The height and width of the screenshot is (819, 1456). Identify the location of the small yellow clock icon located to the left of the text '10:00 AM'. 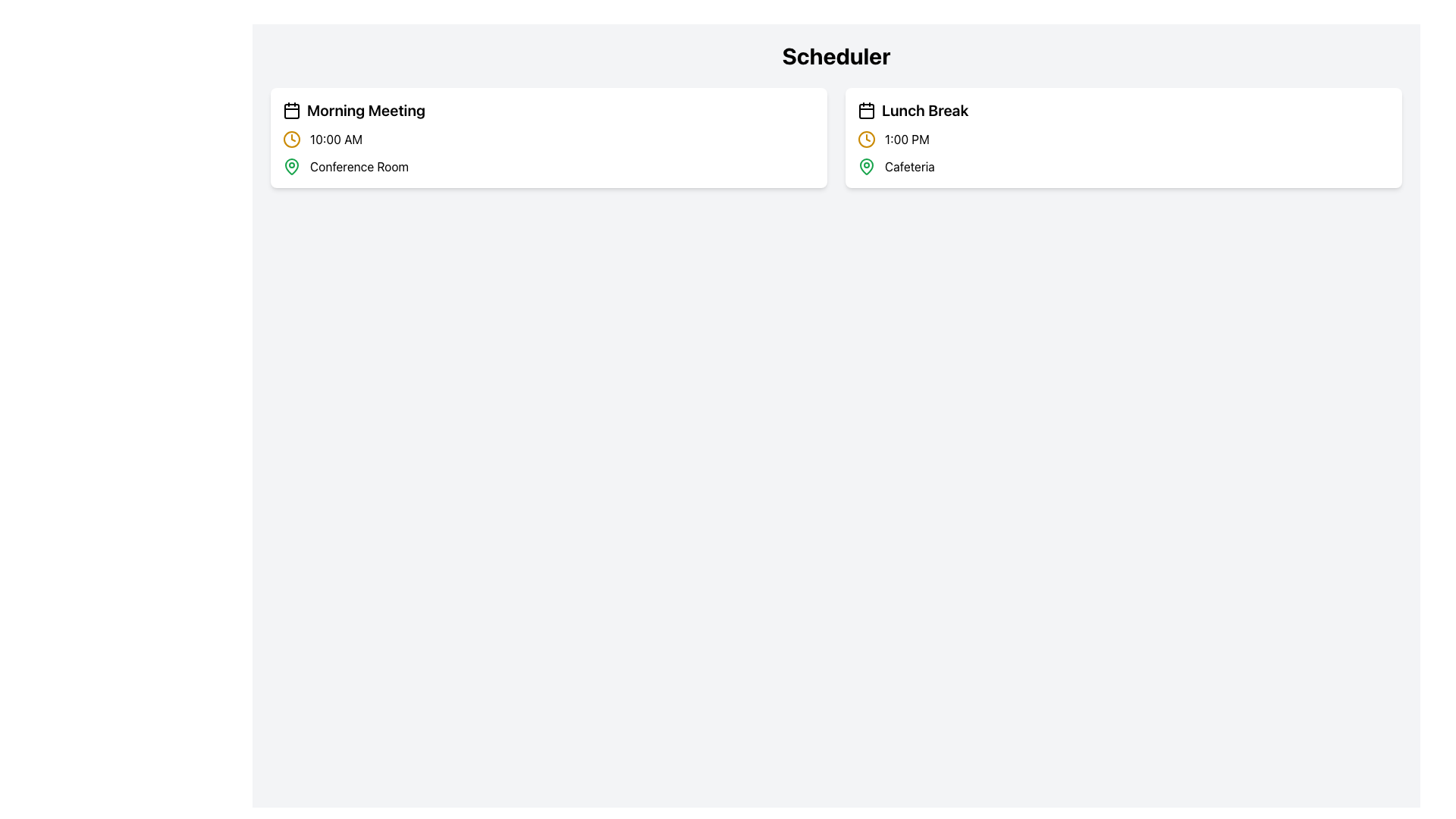
(291, 140).